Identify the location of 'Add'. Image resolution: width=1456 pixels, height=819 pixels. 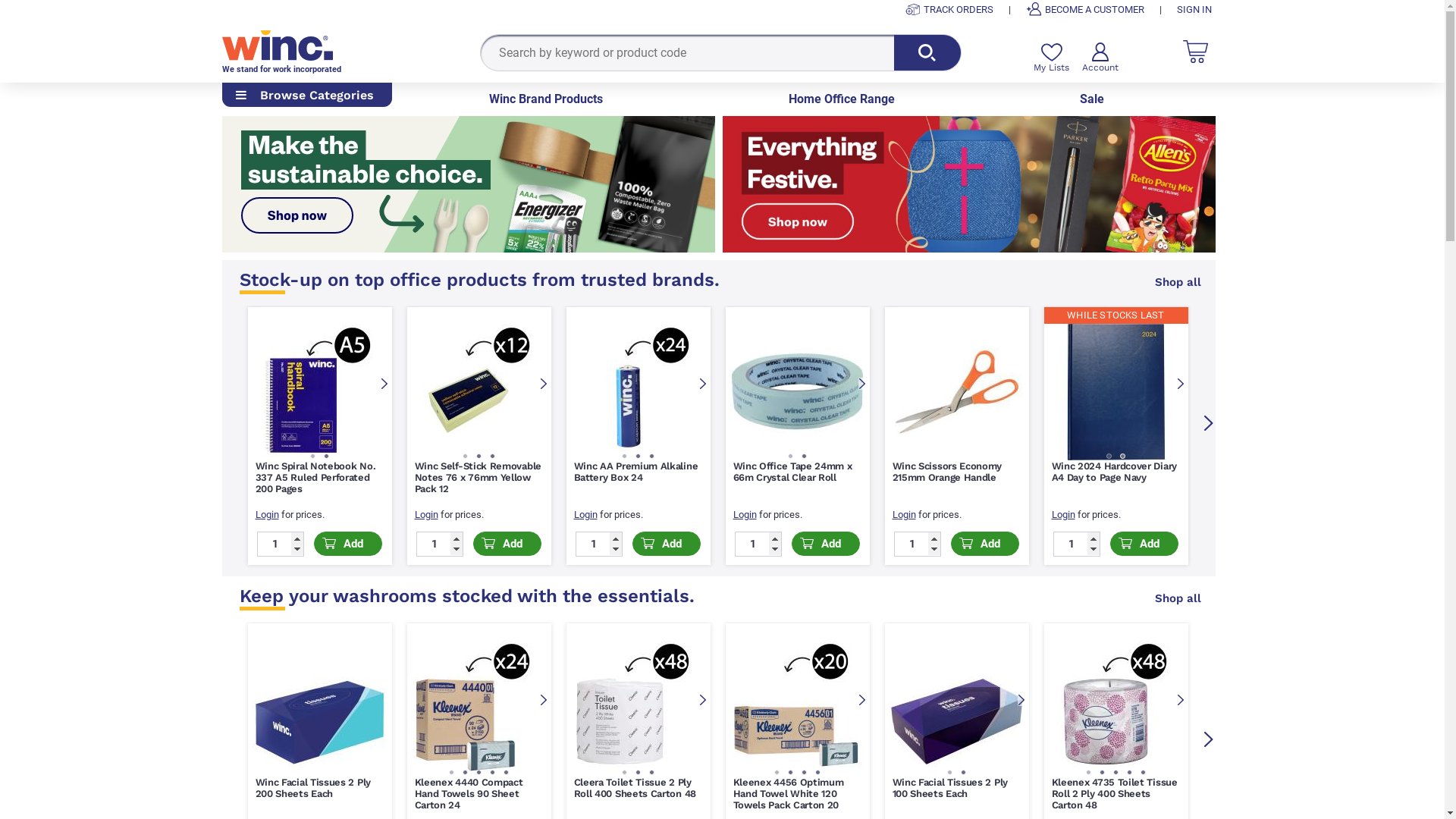
(347, 543).